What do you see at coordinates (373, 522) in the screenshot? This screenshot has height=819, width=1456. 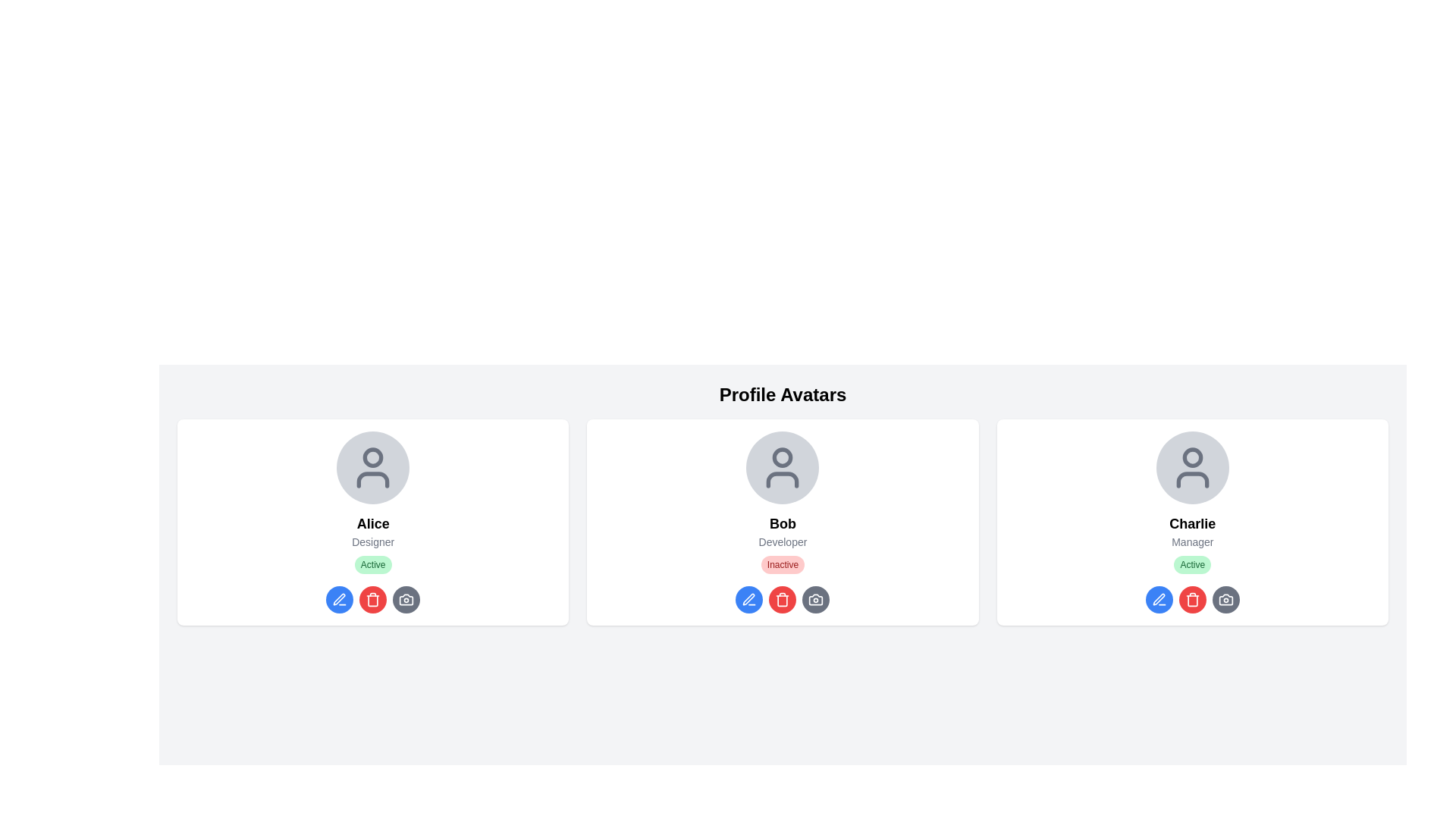 I see `the text label displaying 'Alice', which is located in the middle of the profile card` at bounding box center [373, 522].